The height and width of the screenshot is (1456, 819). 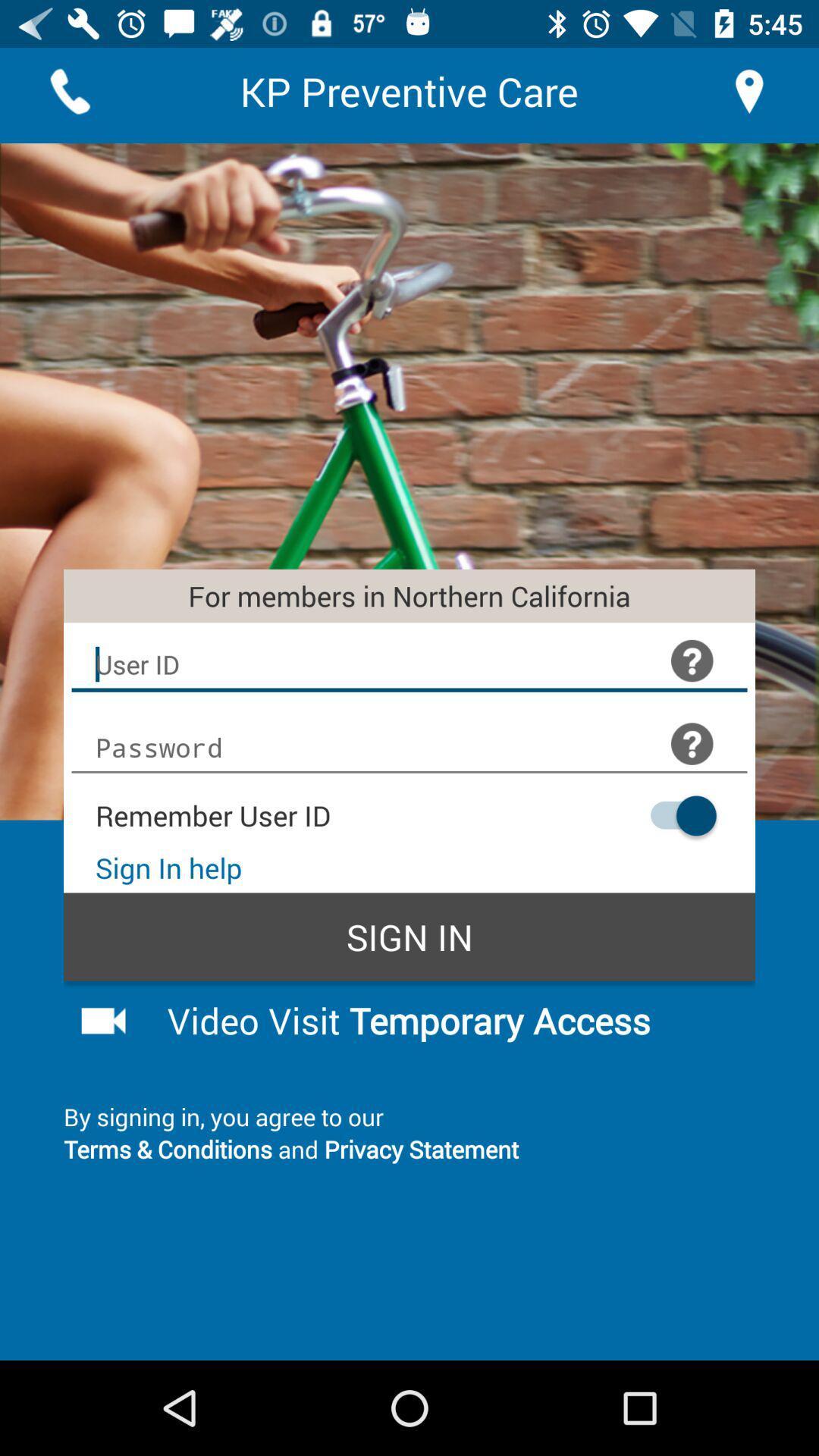 What do you see at coordinates (448, 1020) in the screenshot?
I see `button below sign in item` at bounding box center [448, 1020].